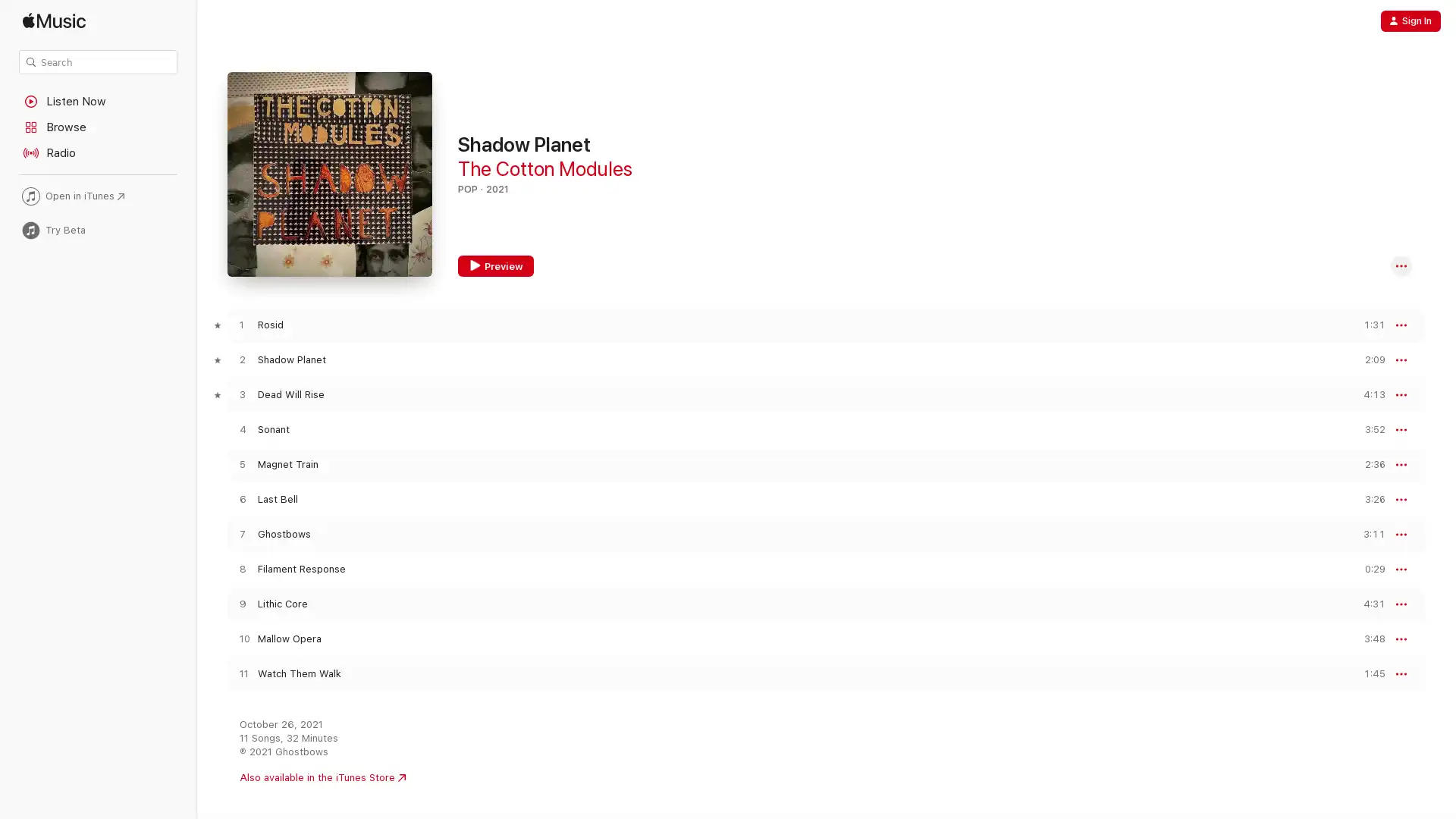  Describe the element at coordinates (1401, 604) in the screenshot. I see `More` at that location.